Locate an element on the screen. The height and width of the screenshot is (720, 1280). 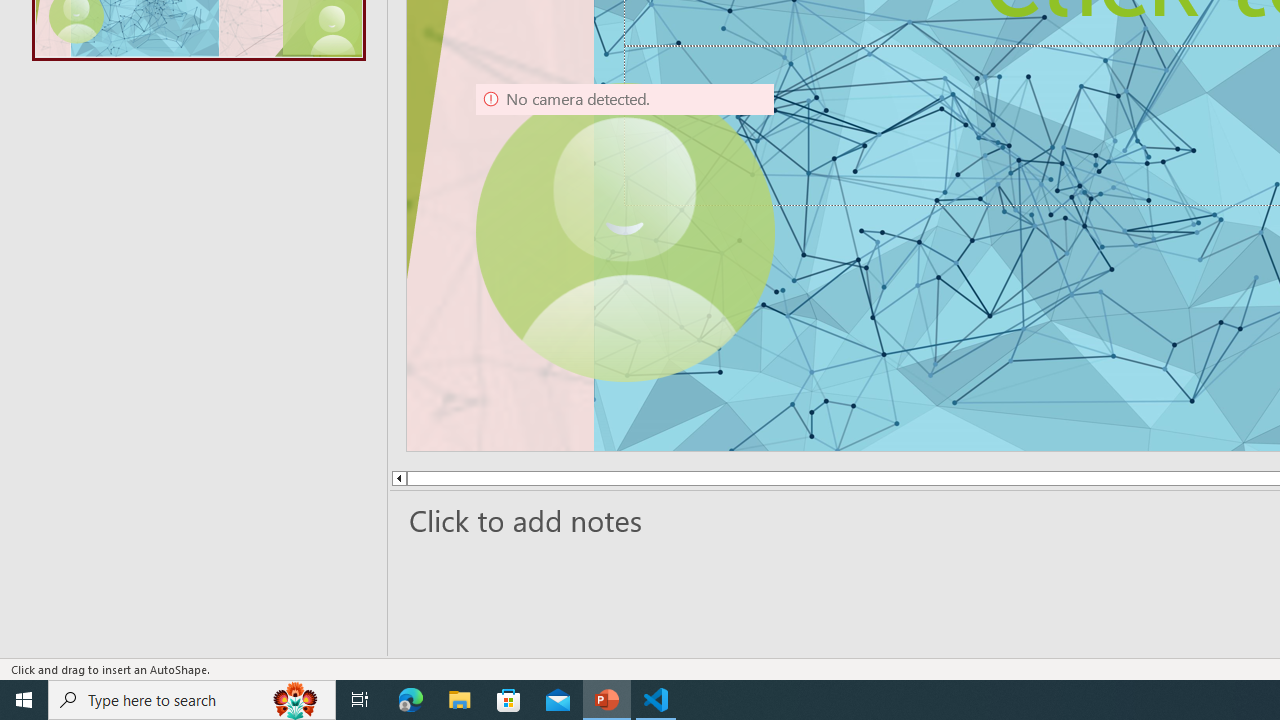
'Camera 9, No camera detected.' is located at coordinates (623, 231).